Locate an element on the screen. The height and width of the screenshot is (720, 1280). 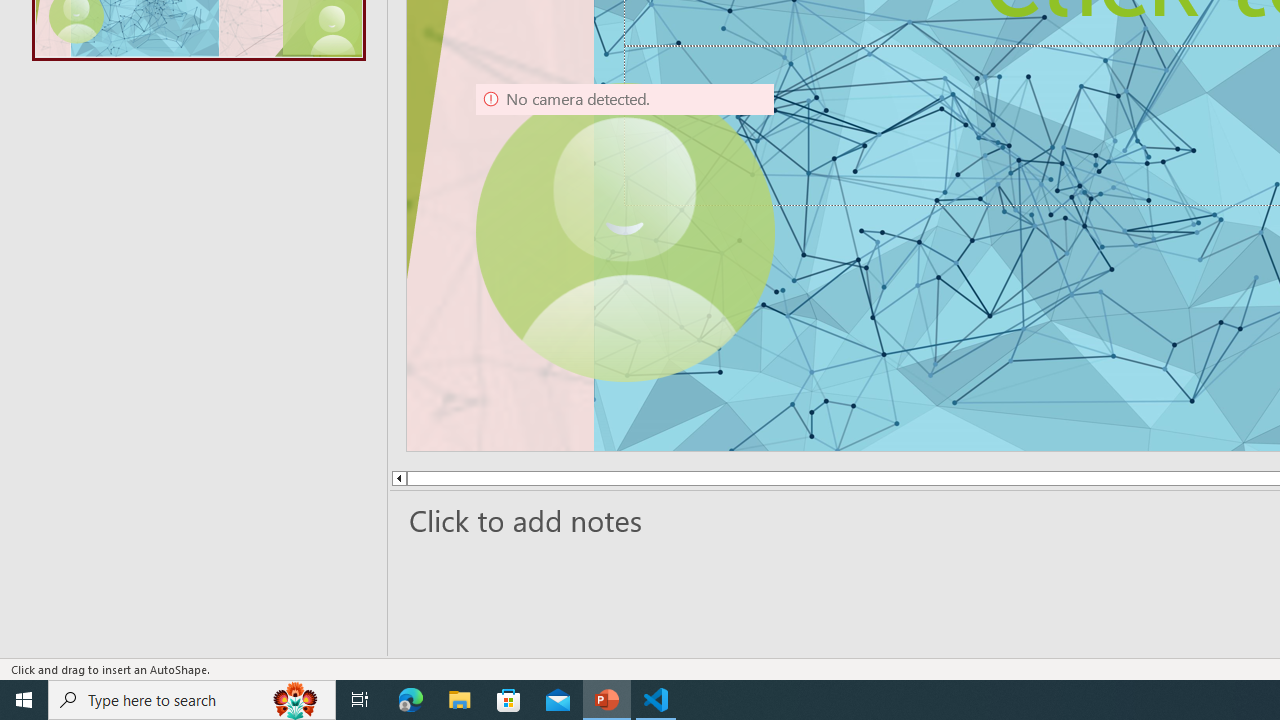
'Camera 9, No camera detected.' is located at coordinates (623, 231).